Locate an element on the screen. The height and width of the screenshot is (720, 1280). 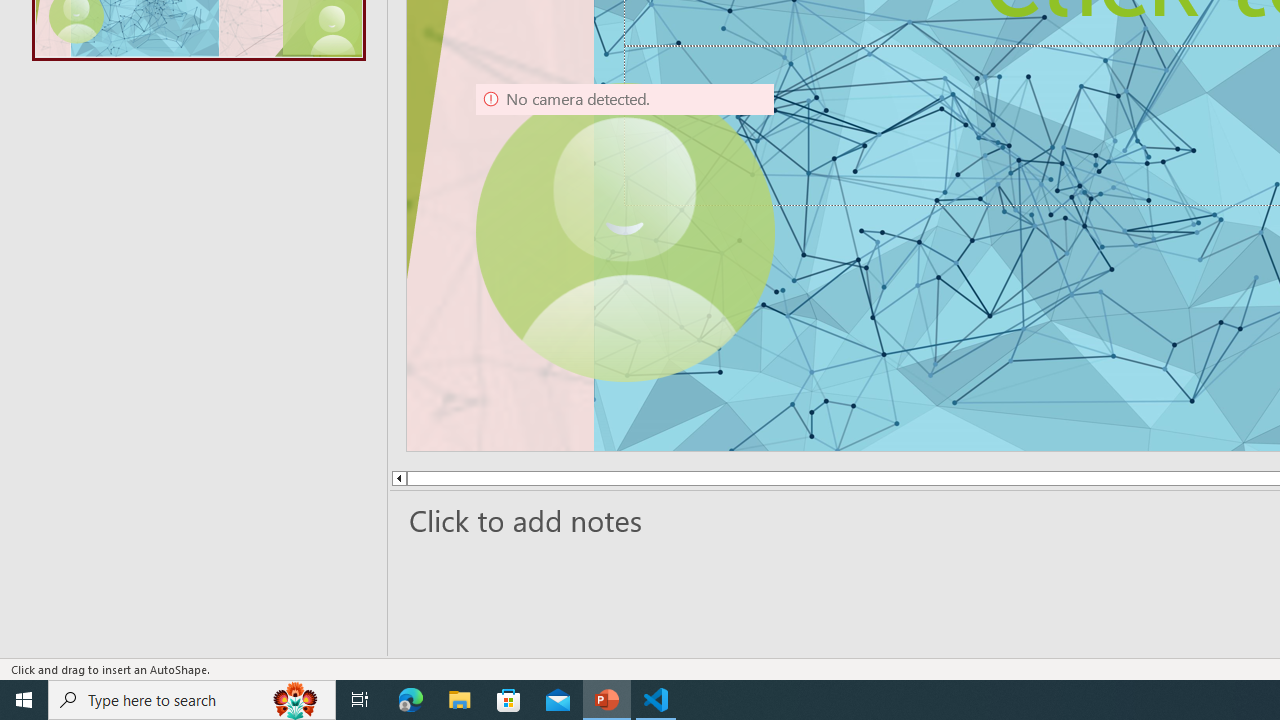
'Camera 9, No camera detected.' is located at coordinates (623, 231).